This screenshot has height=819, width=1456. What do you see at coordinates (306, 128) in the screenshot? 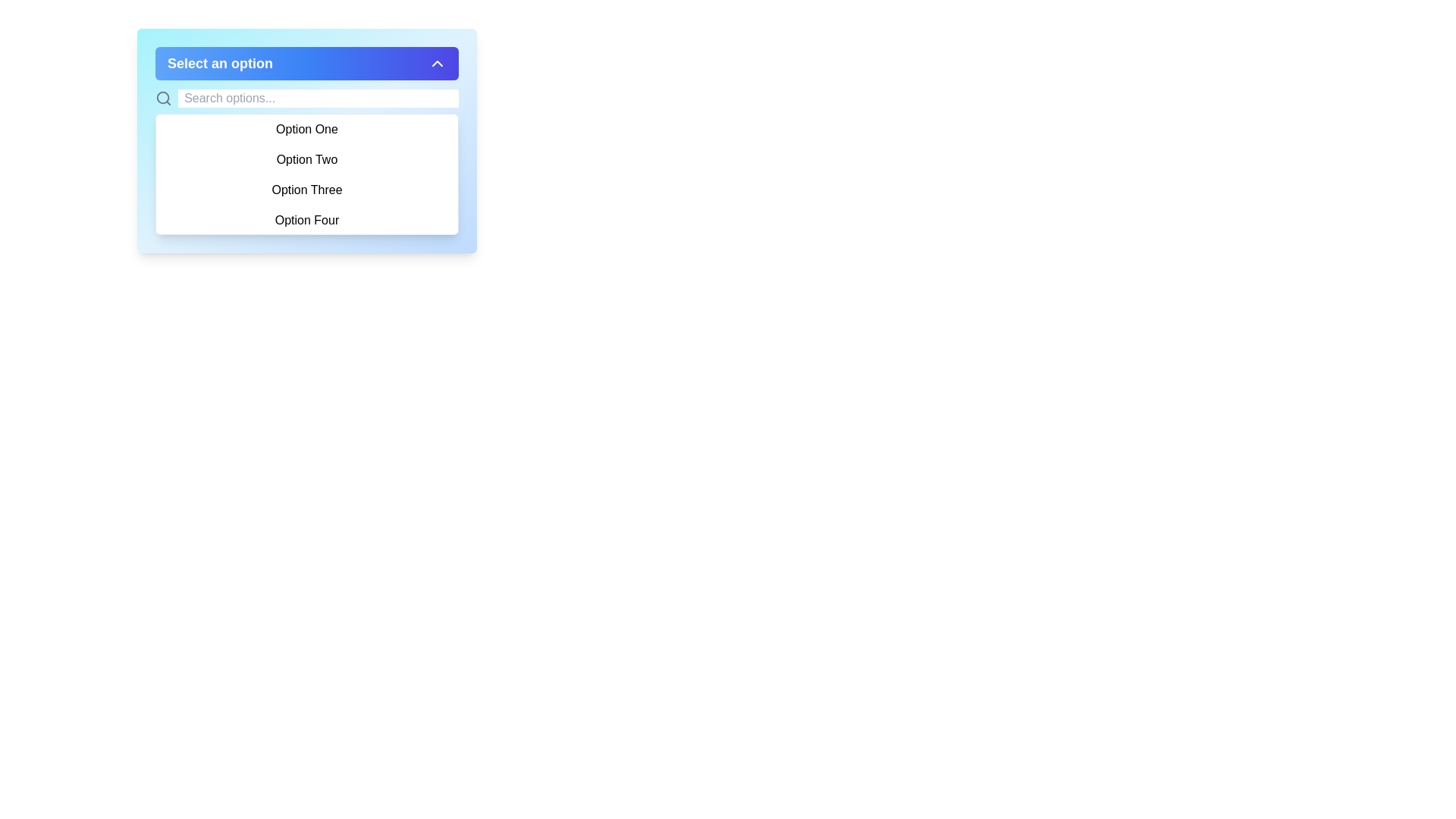
I see `the first option in the dropdown menu labeled 'Option One', which is visually highlighted by a light blue background on hover` at bounding box center [306, 128].